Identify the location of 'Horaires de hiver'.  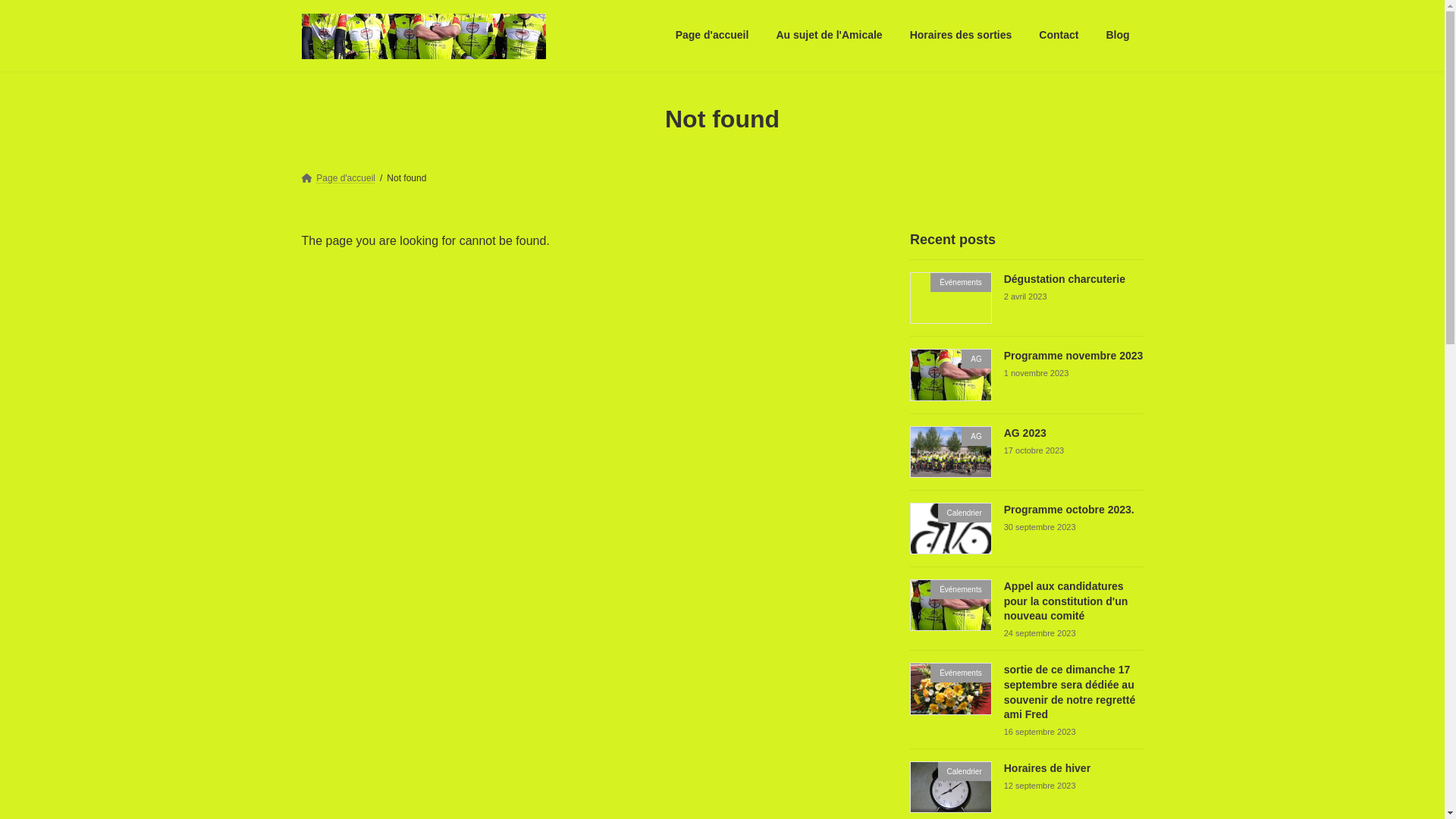
(1003, 768).